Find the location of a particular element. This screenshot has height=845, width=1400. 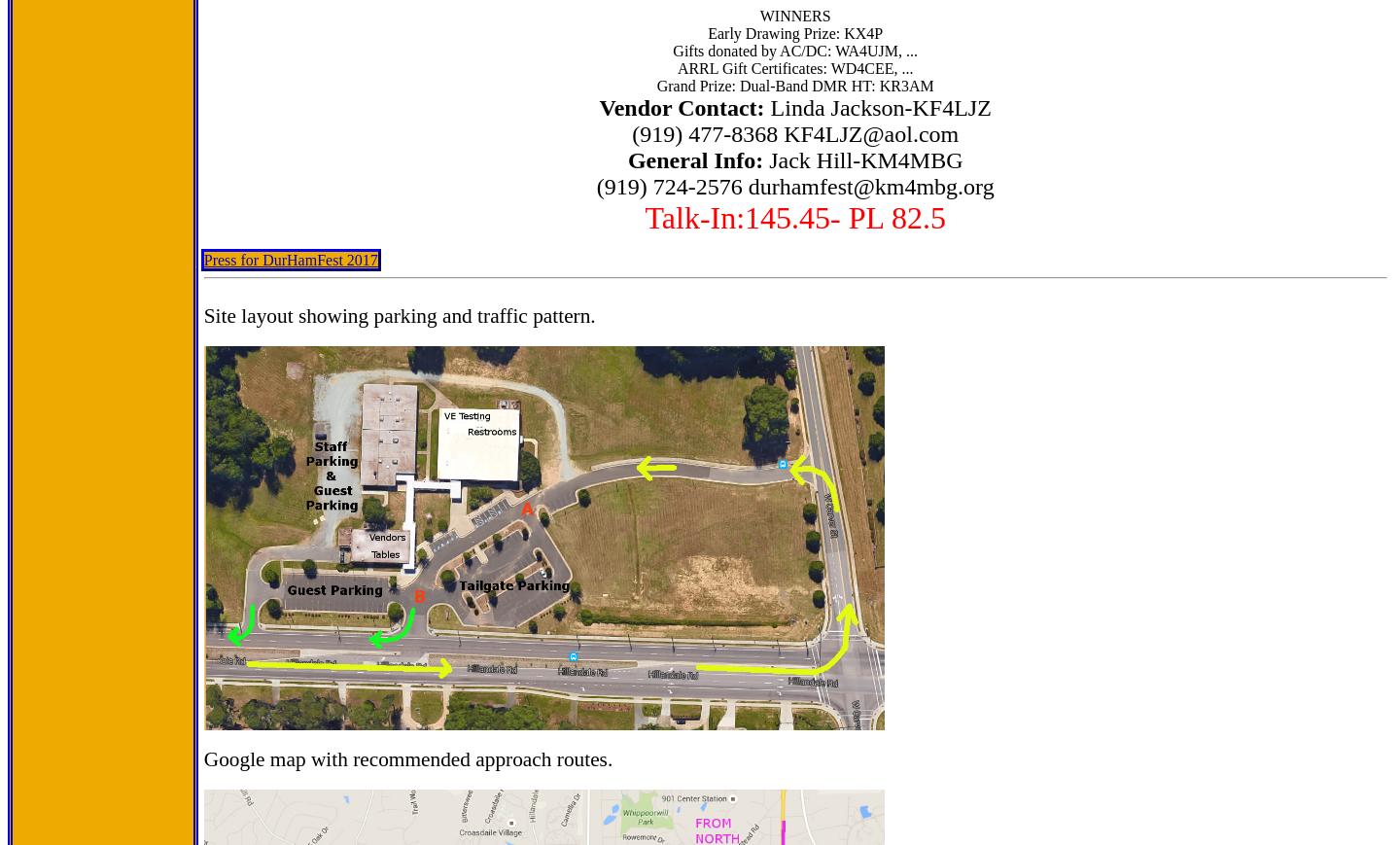

'Press for DurHamFest 2017' is located at coordinates (289, 259).